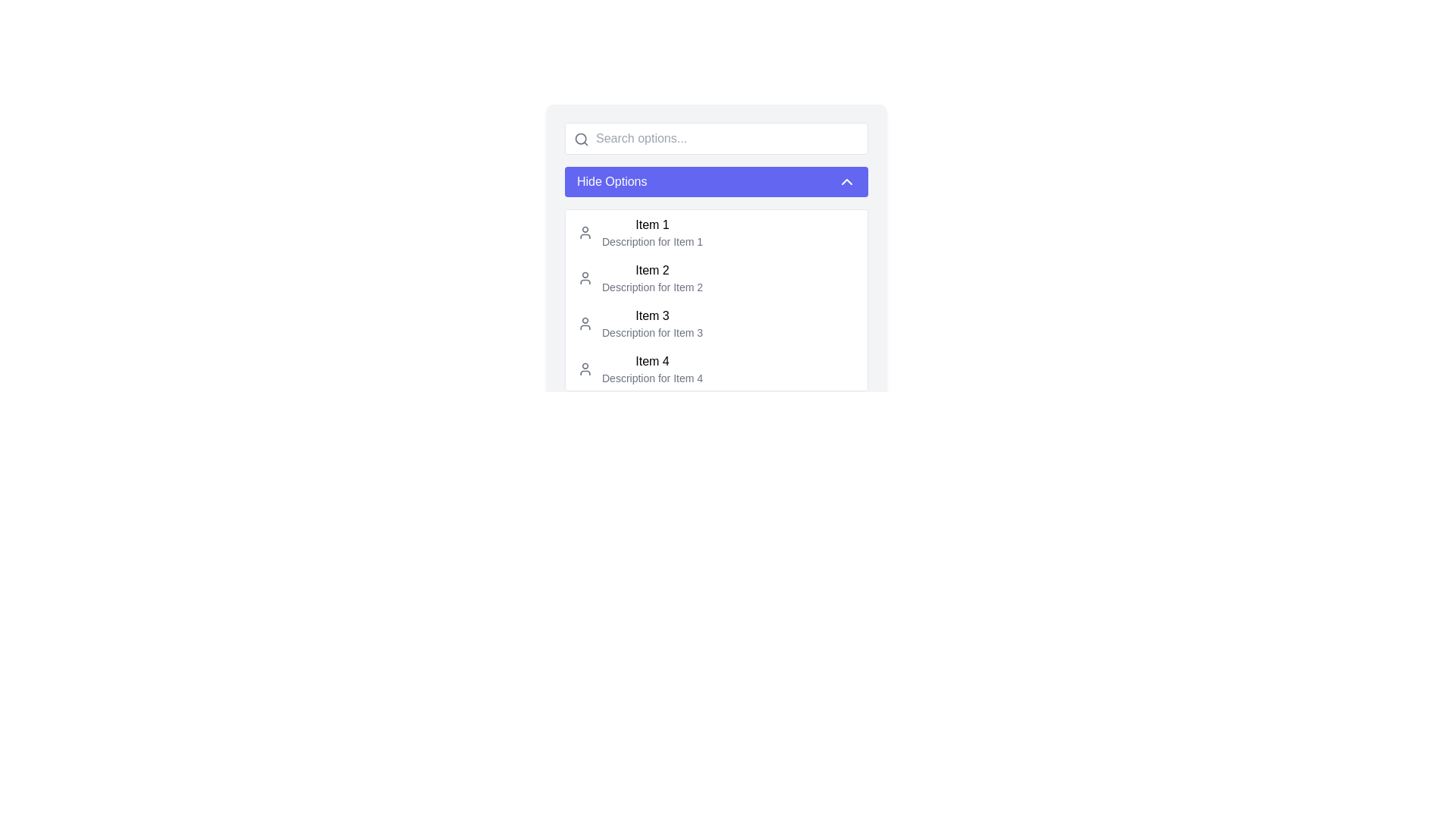  I want to click on the user profile outline icon with a gray circular border located to the left of 'Item 3 Description for Item 3', so click(585, 323).